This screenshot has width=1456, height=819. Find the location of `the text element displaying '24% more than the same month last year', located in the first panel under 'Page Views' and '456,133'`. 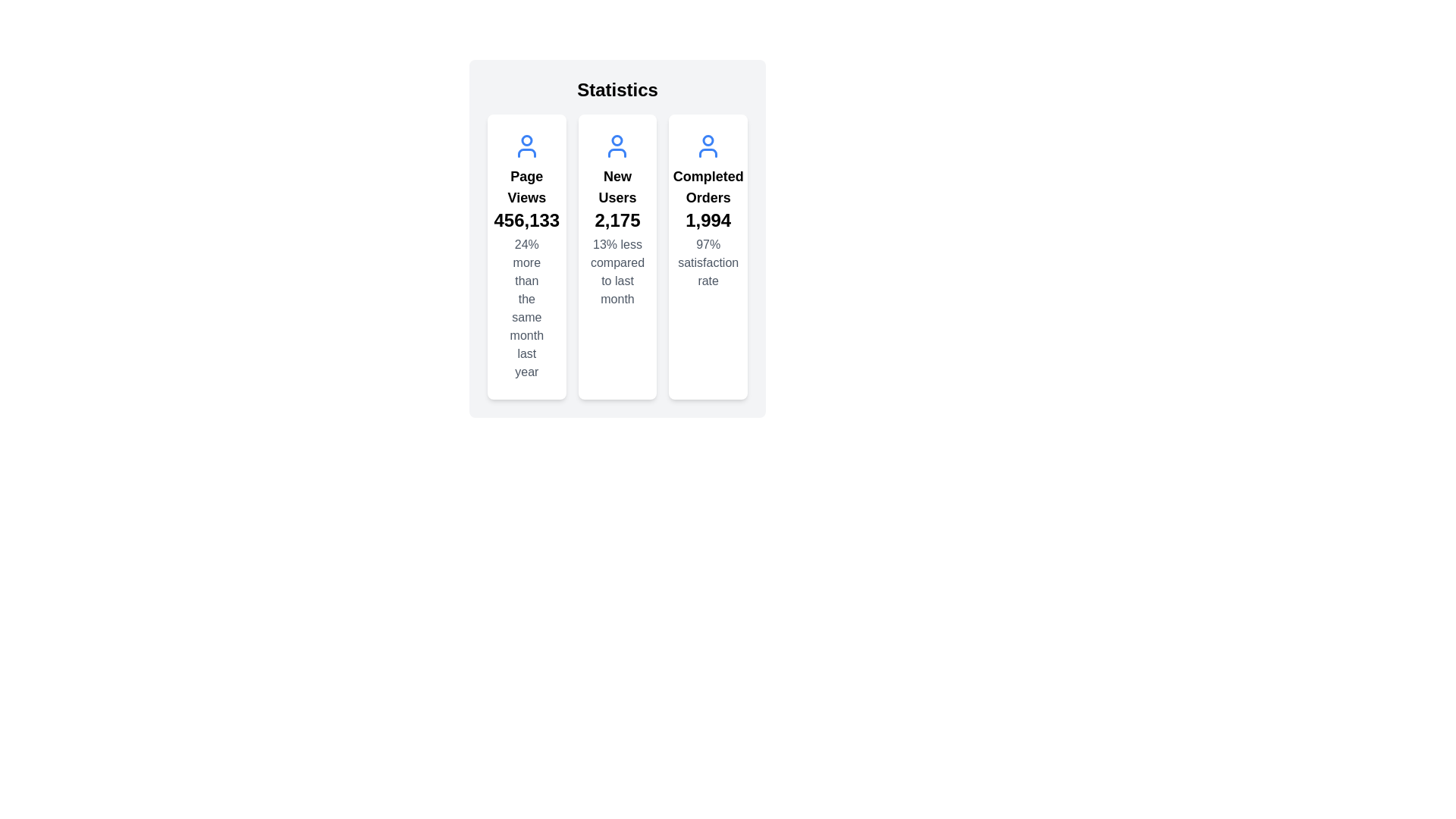

the text element displaying '24% more than the same month last year', located in the first panel under 'Page Views' and '456,133' is located at coordinates (526, 308).